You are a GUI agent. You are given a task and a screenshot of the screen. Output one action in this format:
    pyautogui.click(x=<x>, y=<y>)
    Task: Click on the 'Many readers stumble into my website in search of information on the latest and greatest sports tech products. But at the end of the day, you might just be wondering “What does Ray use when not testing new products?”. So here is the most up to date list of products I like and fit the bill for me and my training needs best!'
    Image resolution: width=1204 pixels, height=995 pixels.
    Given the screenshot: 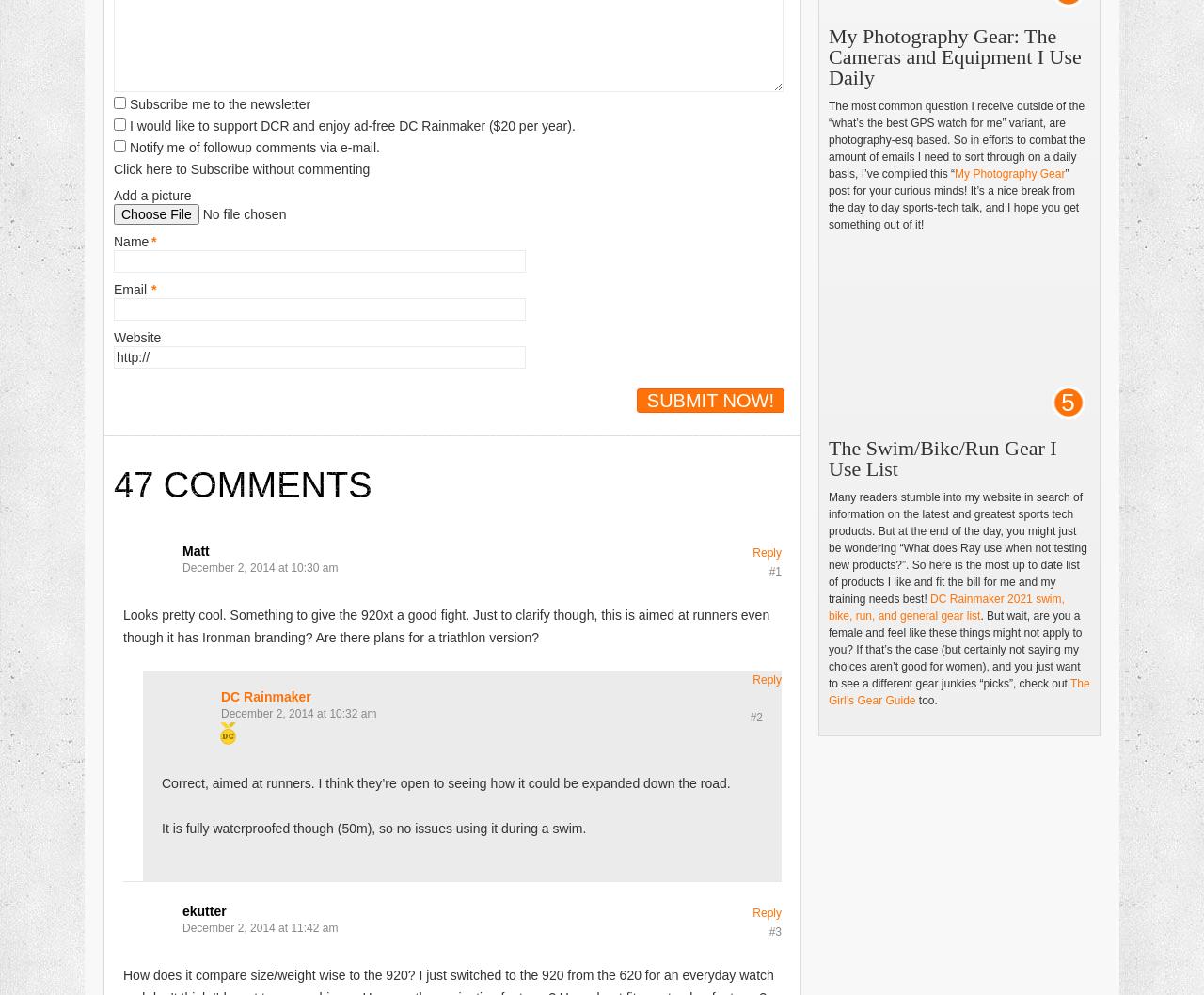 What is the action you would take?
    pyautogui.click(x=957, y=547)
    